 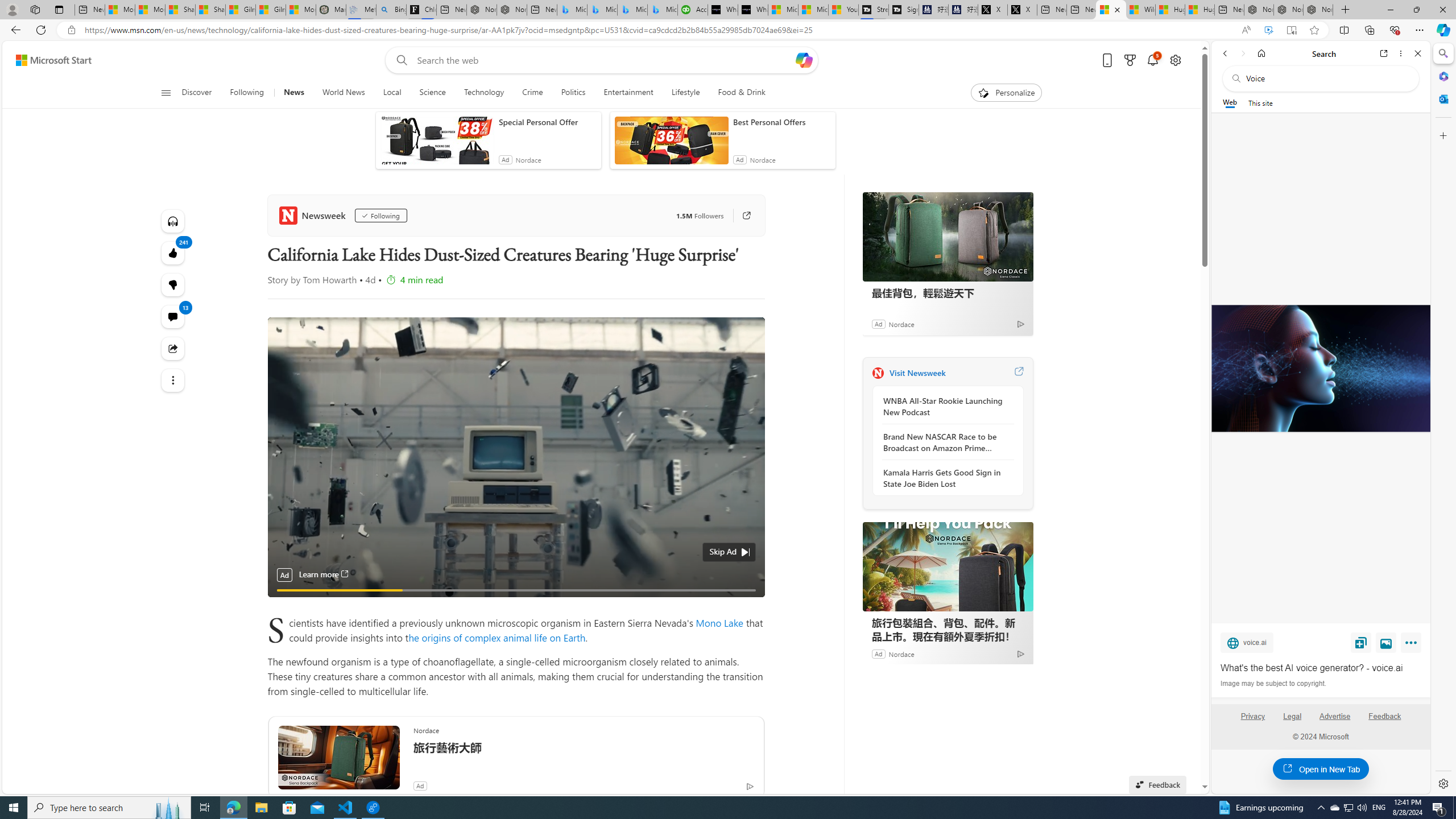 What do you see at coordinates (1360, 642) in the screenshot?
I see `'Save'` at bounding box center [1360, 642].